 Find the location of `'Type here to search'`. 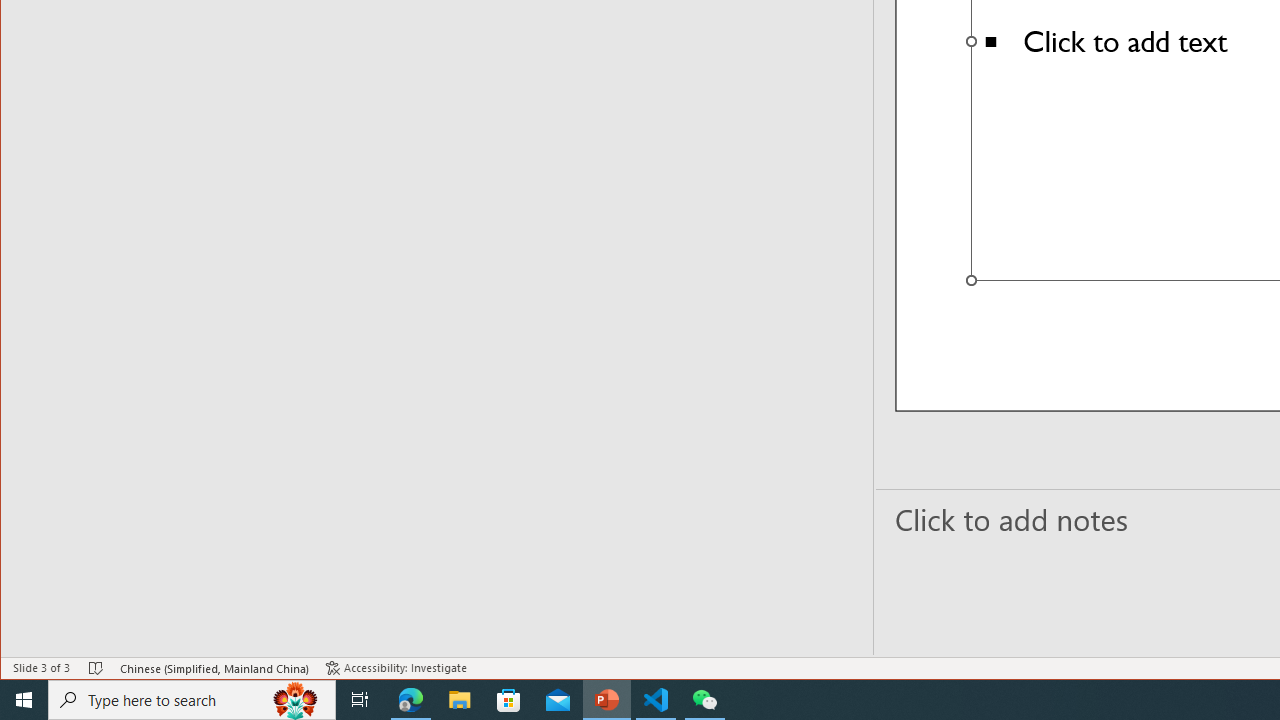

'Type here to search' is located at coordinates (192, 698).